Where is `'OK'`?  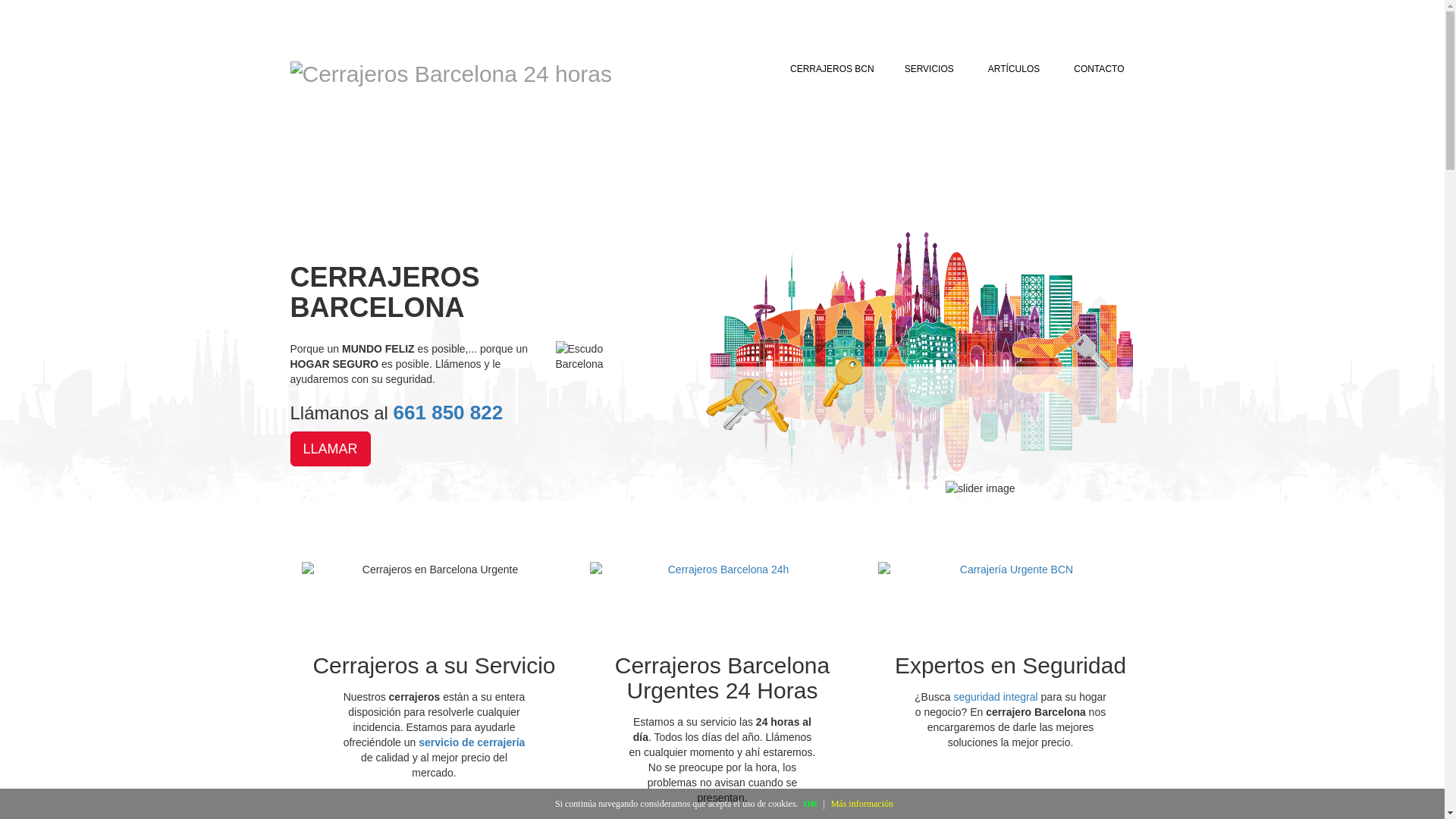 'OK' is located at coordinates (810, 803).